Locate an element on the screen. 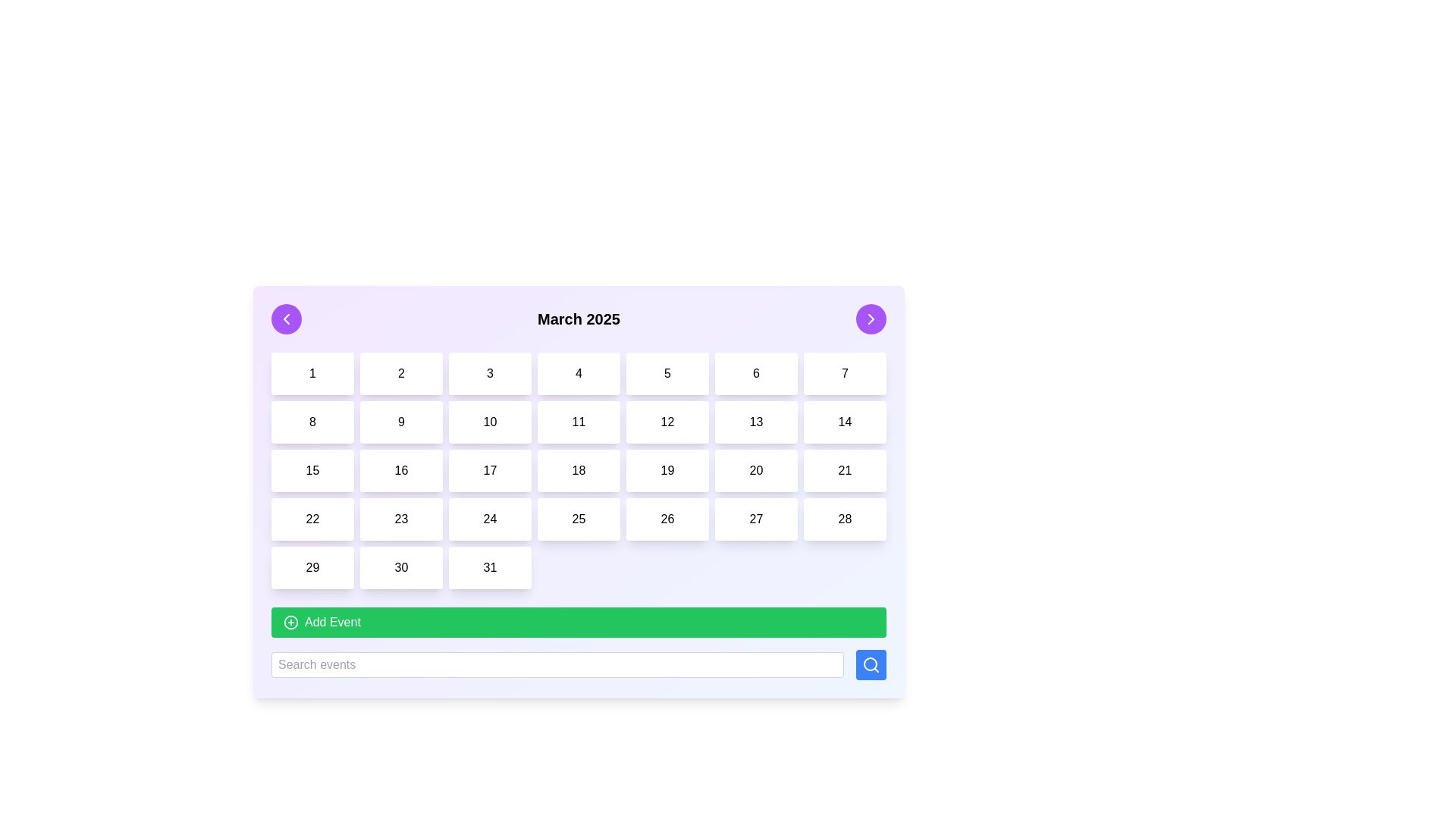 The image size is (1456, 819). the blue search magnifying glass icon button located at the bottom-right corner of the calendar interface to initiate a search is located at coordinates (871, 664).